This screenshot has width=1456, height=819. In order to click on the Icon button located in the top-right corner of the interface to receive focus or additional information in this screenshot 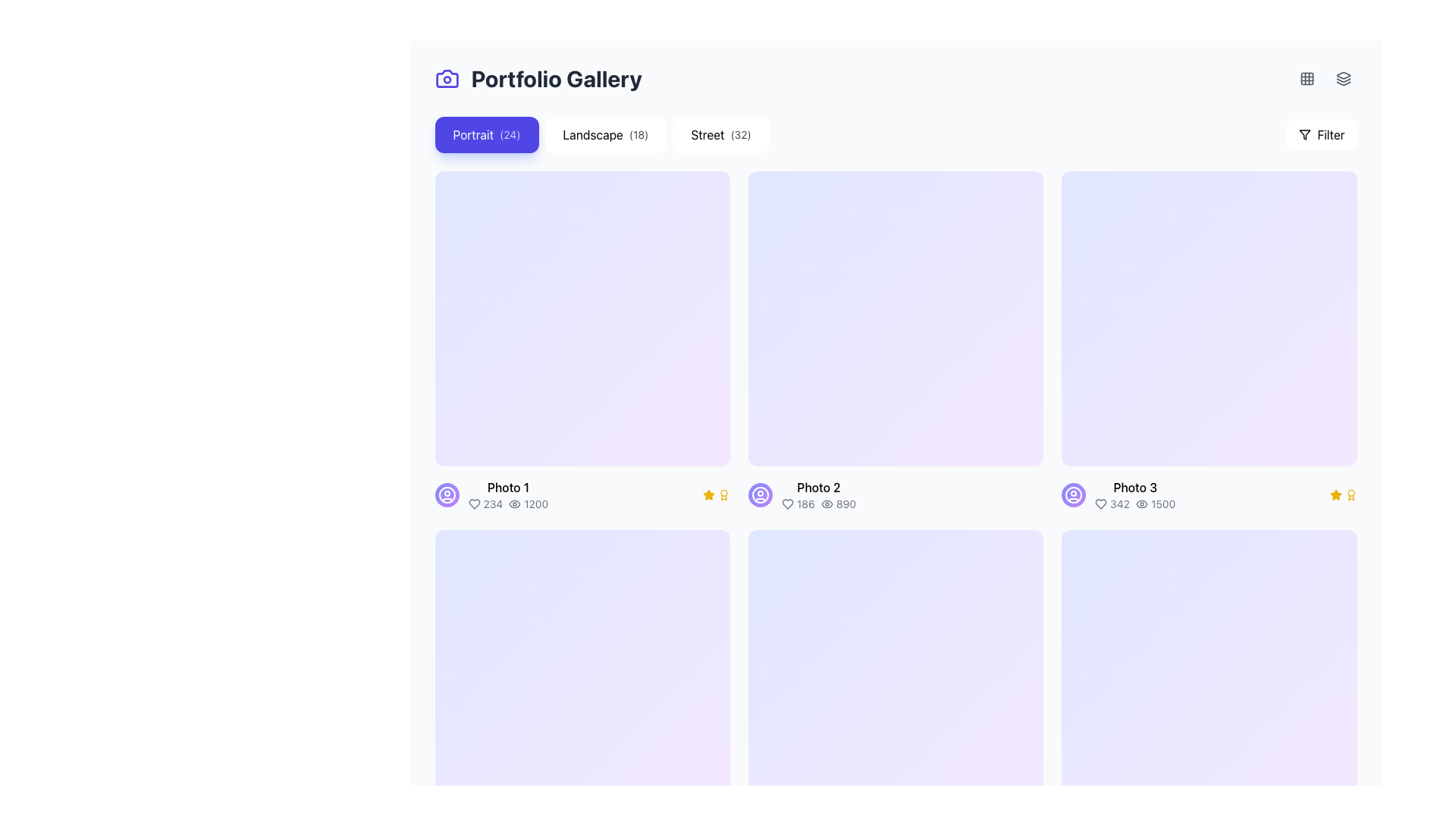, I will do `click(1306, 79)`.